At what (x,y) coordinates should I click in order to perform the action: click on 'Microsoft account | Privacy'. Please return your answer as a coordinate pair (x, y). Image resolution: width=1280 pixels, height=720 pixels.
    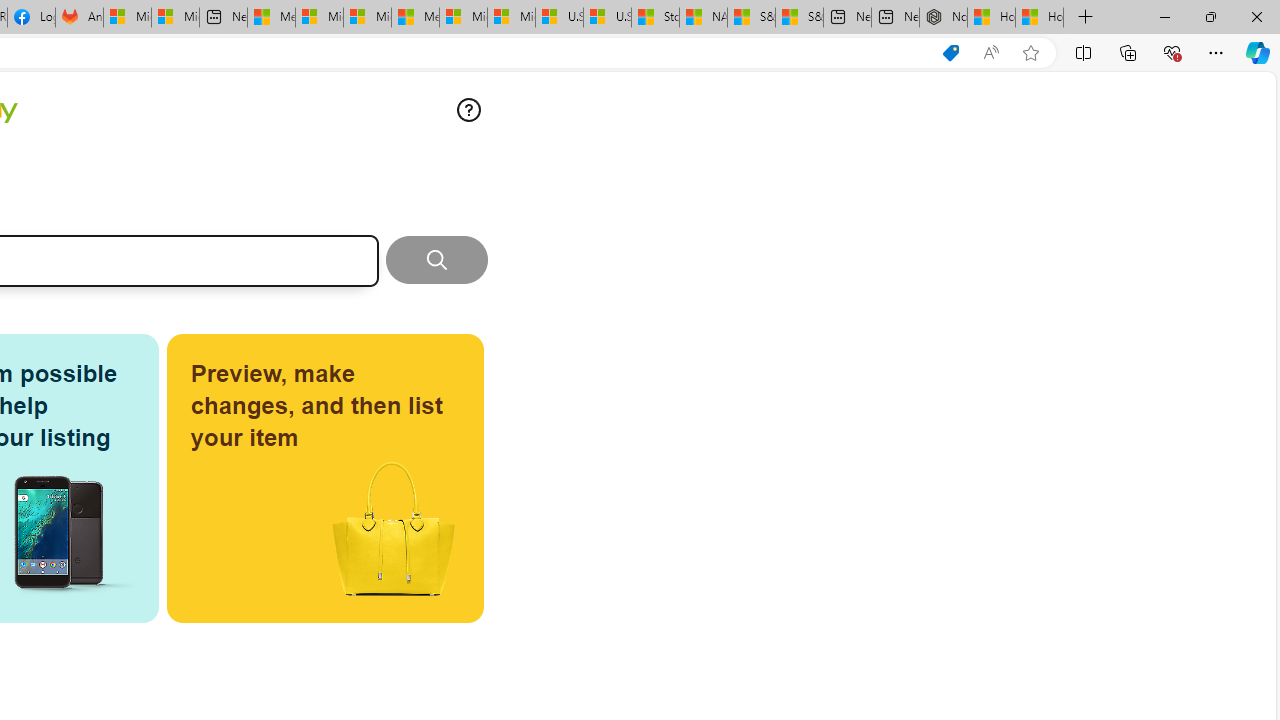
    Looking at the image, I should click on (318, 17).